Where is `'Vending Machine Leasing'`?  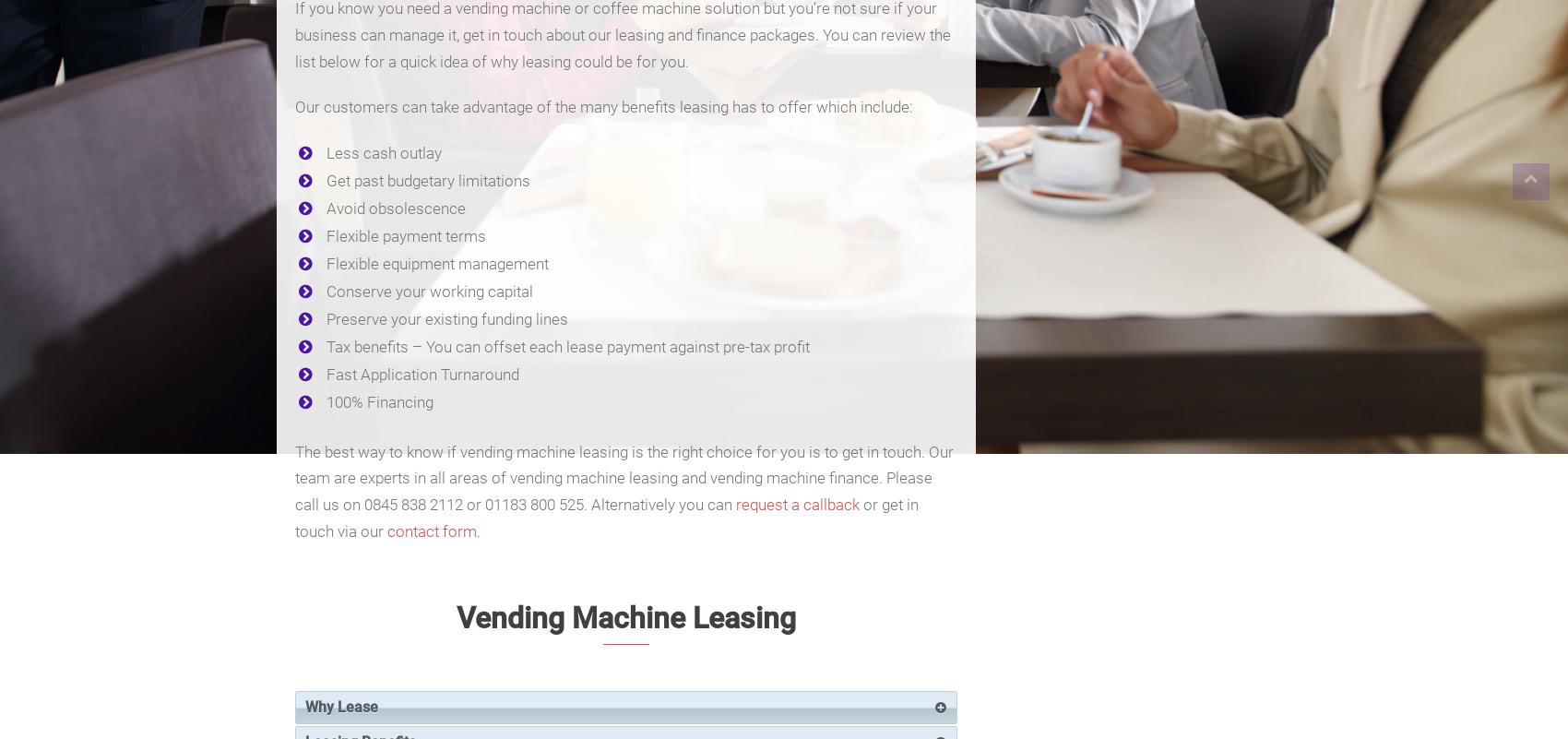 'Vending Machine Leasing' is located at coordinates (625, 618).